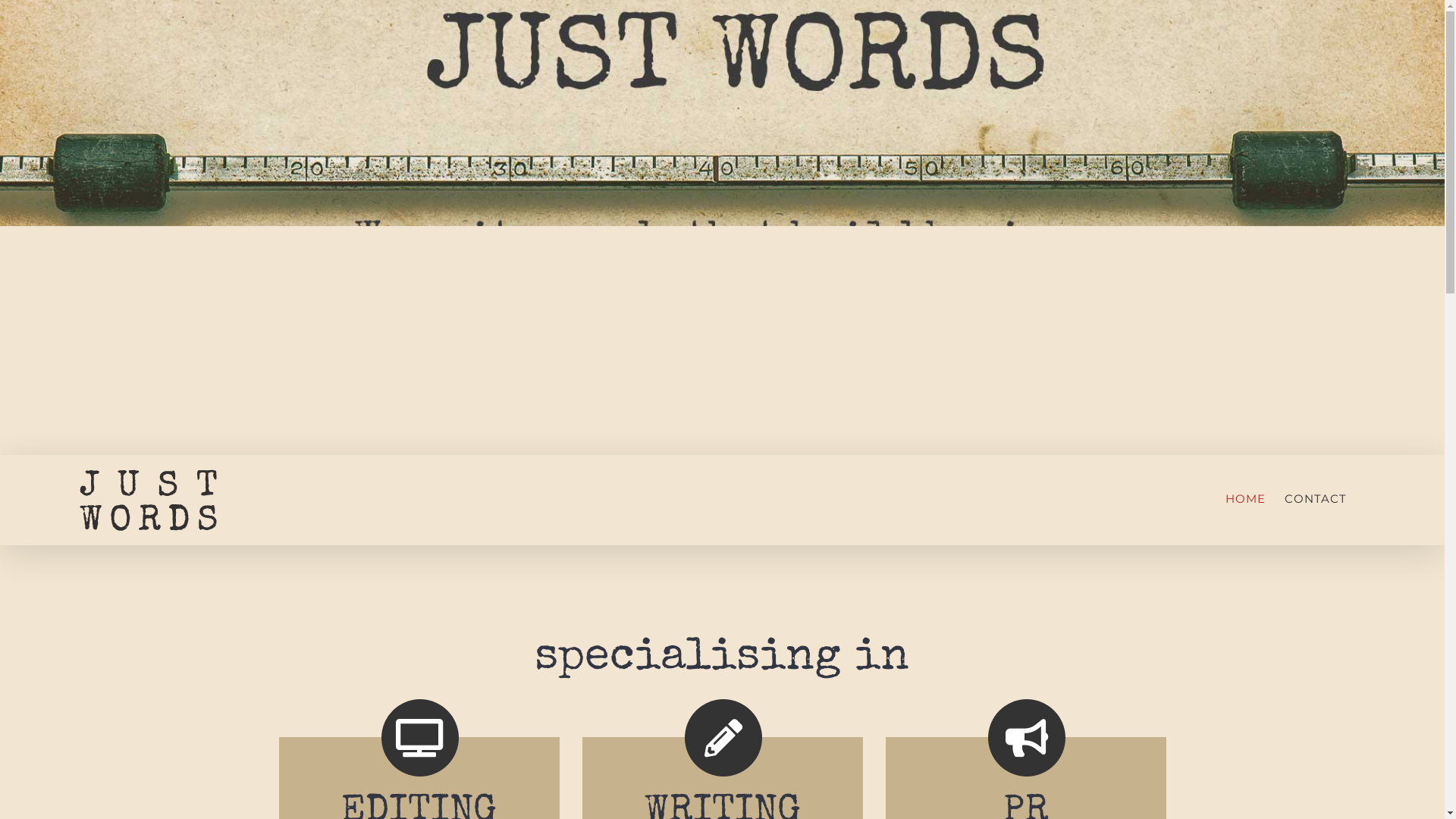  I want to click on 'CONTACT', so click(1314, 497).